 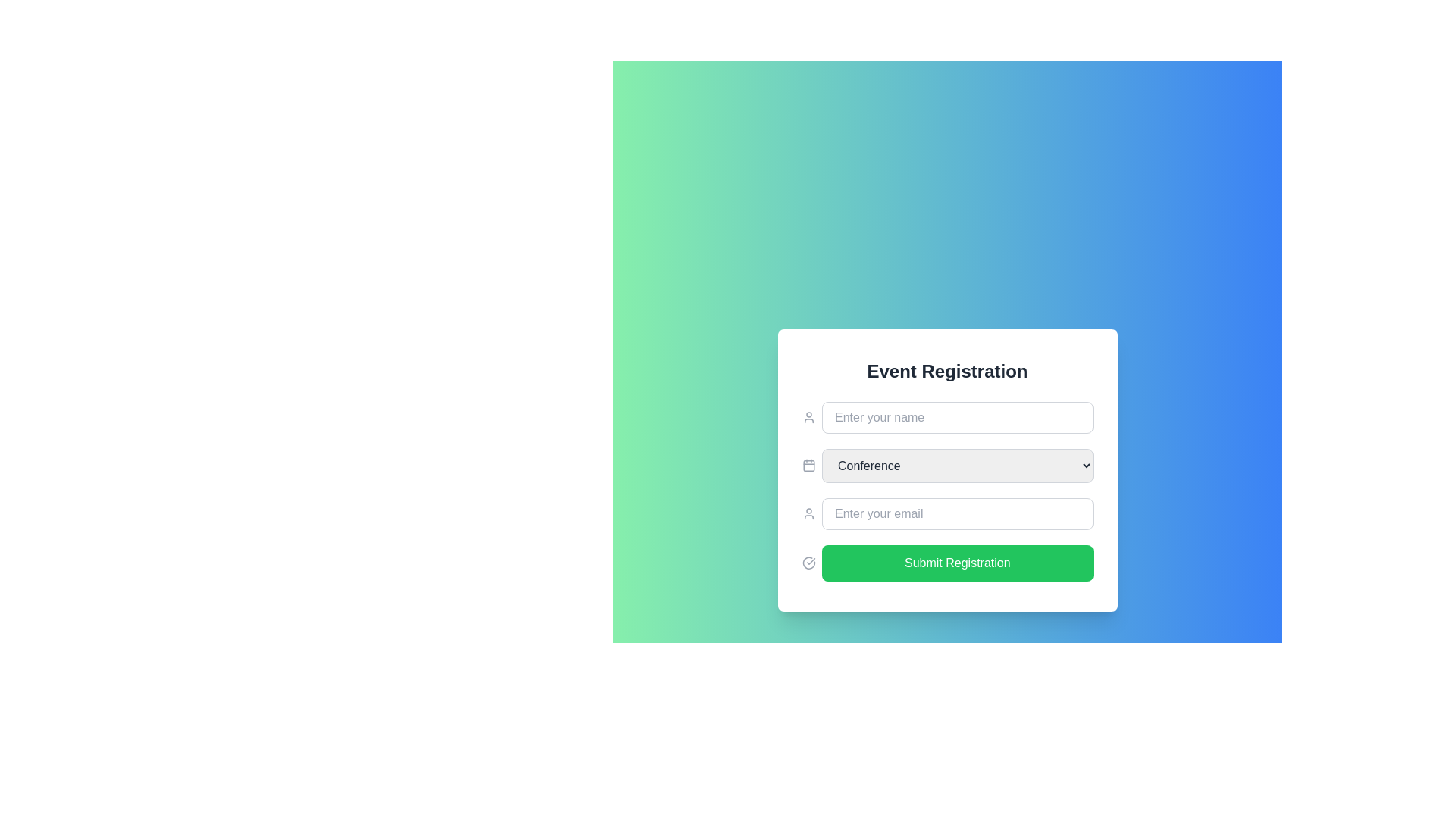 What do you see at coordinates (808, 465) in the screenshot?
I see `the calendar icon located to the left of the 'Conference' input field in the Event Registration form` at bounding box center [808, 465].